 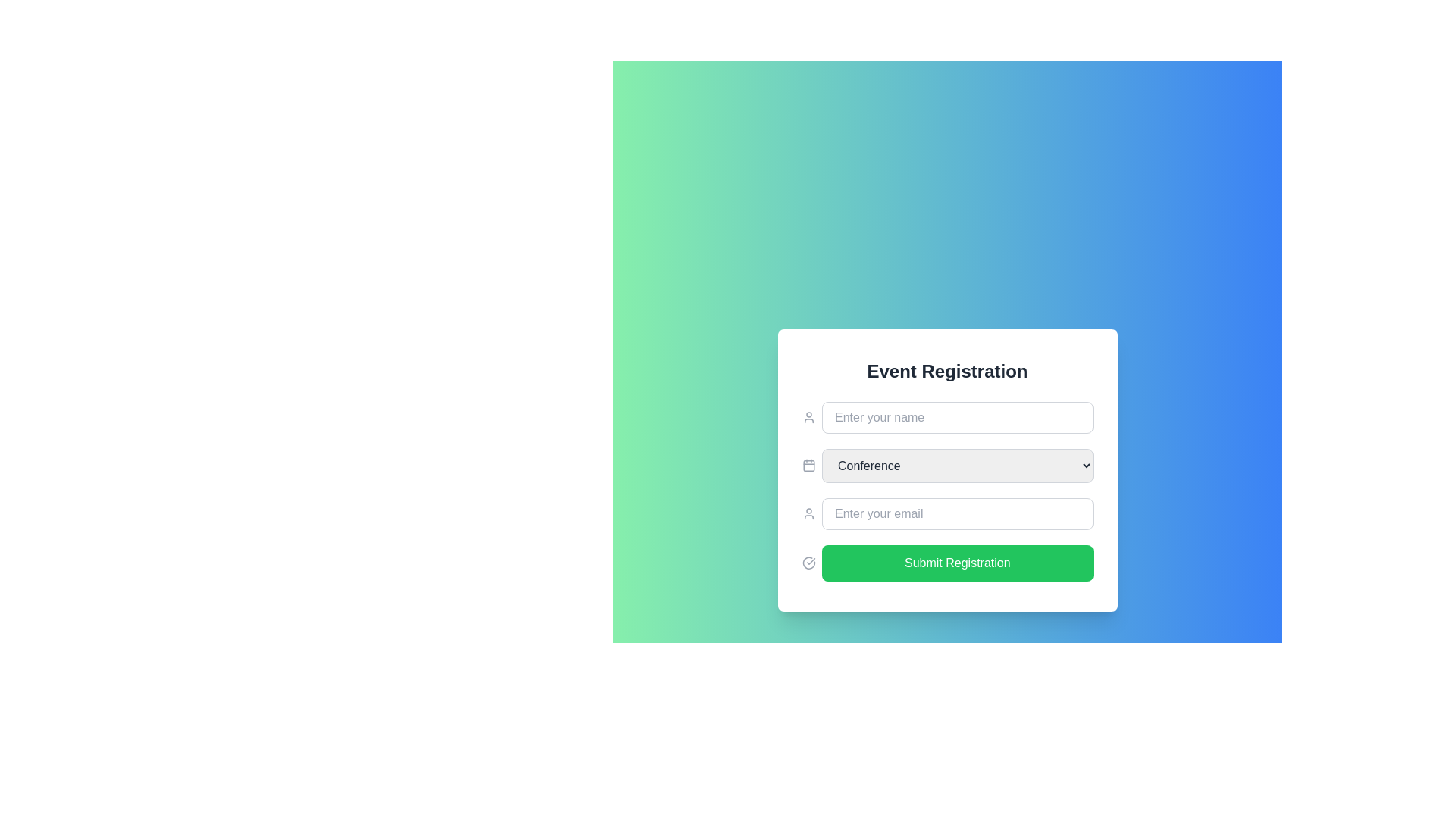 What do you see at coordinates (808, 465) in the screenshot?
I see `the calendar icon located to the left of the 'Conference' input field in the Event Registration form` at bounding box center [808, 465].